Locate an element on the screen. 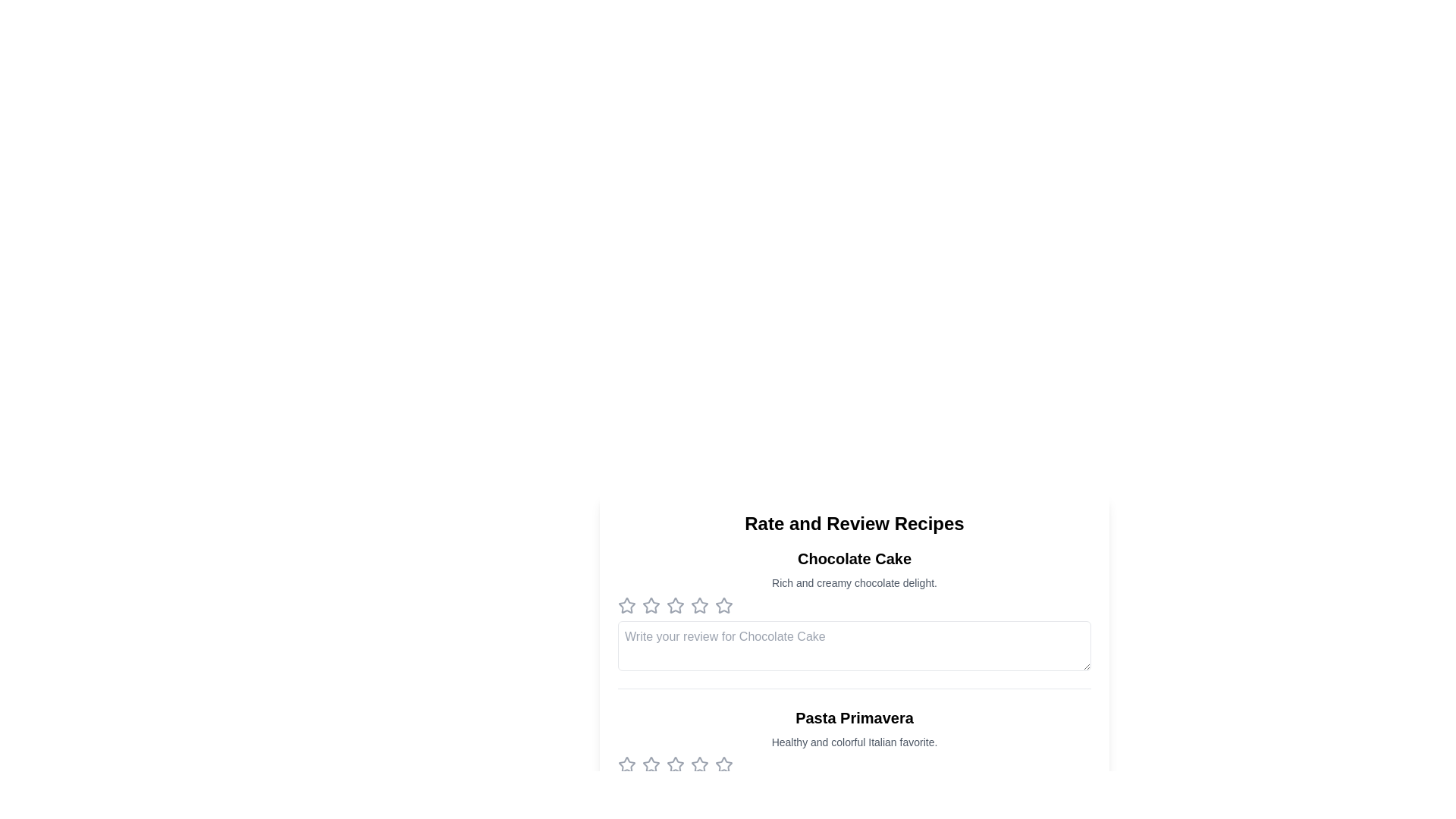  the second star icon in the rating system located under the 'Rate and Review Recipes' section for the 'Chocolate Cake' recipe is located at coordinates (675, 604).